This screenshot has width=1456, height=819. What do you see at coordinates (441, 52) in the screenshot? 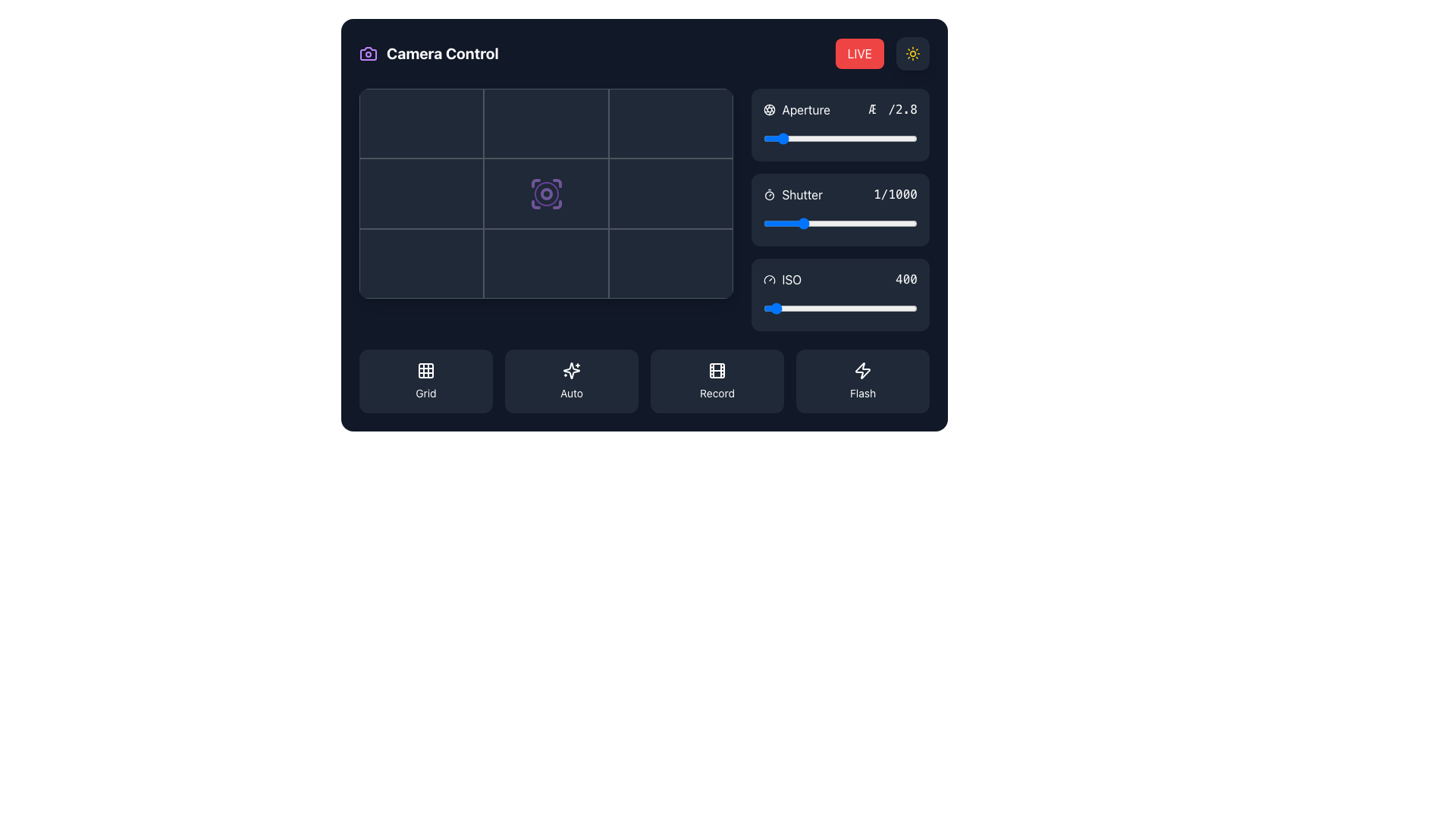
I see `title text located at the top-left section of the interface, adjacent to the 'Live' indicator and to the right of the camera icon` at bounding box center [441, 52].